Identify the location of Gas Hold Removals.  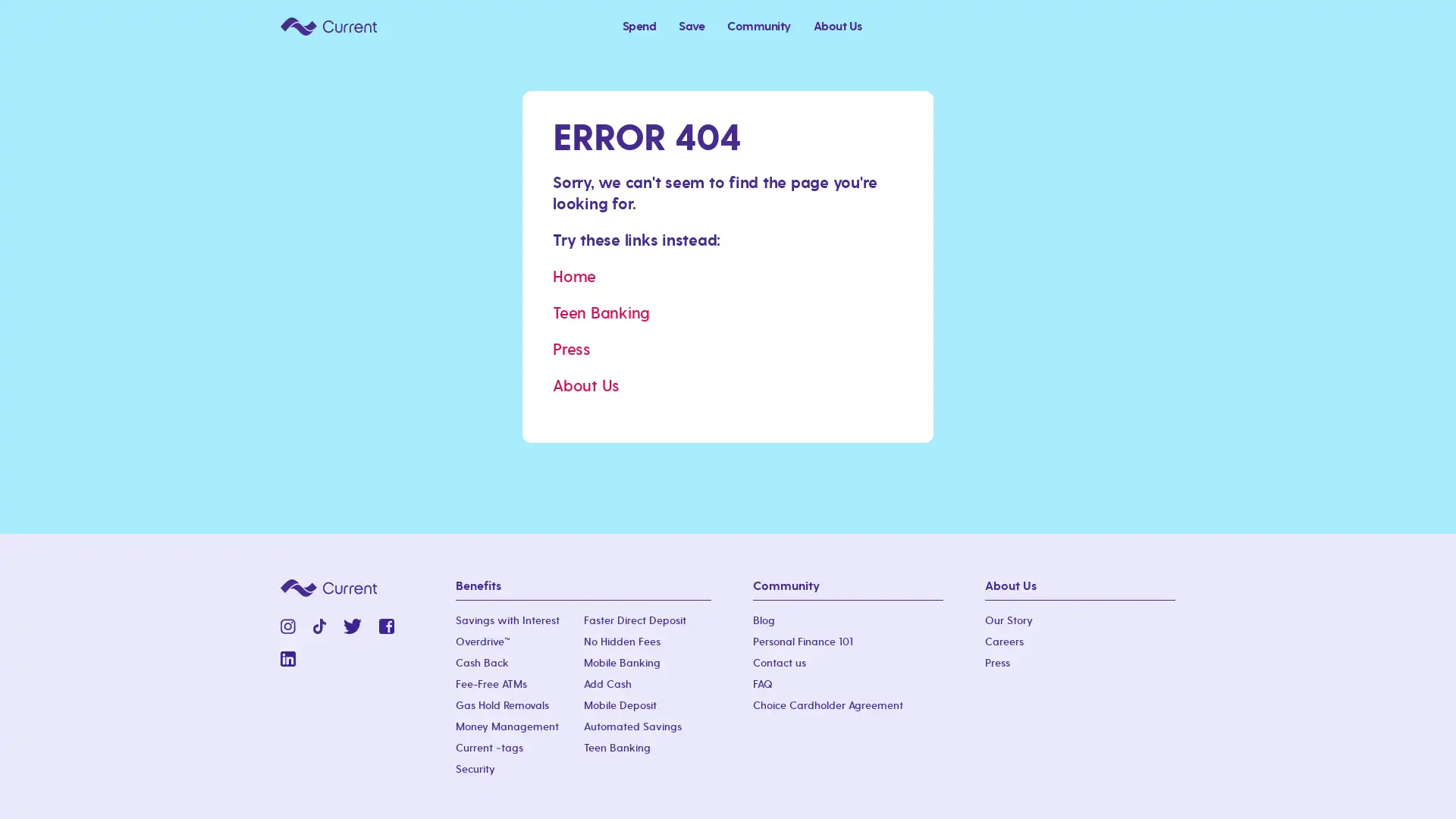
(502, 705).